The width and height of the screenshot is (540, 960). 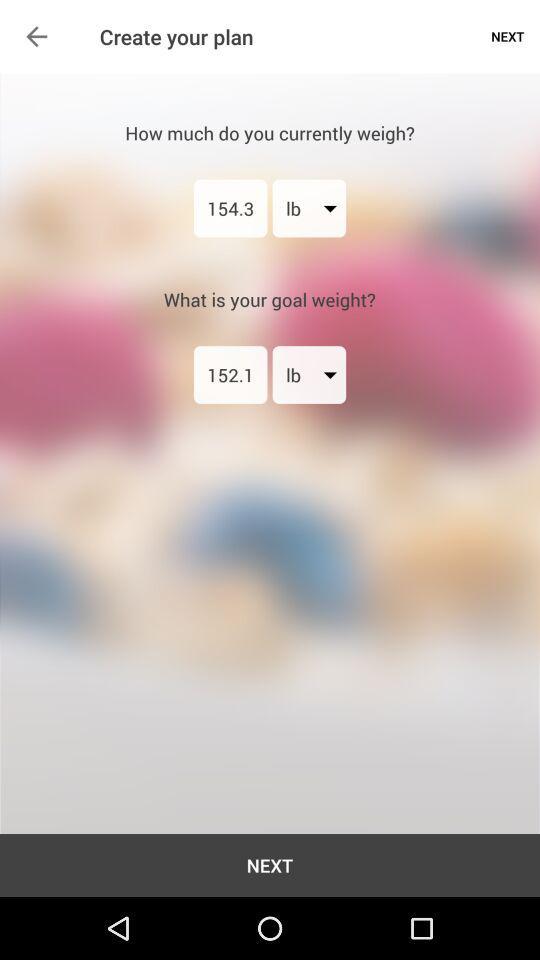 I want to click on the icon above next item, so click(x=229, y=373).